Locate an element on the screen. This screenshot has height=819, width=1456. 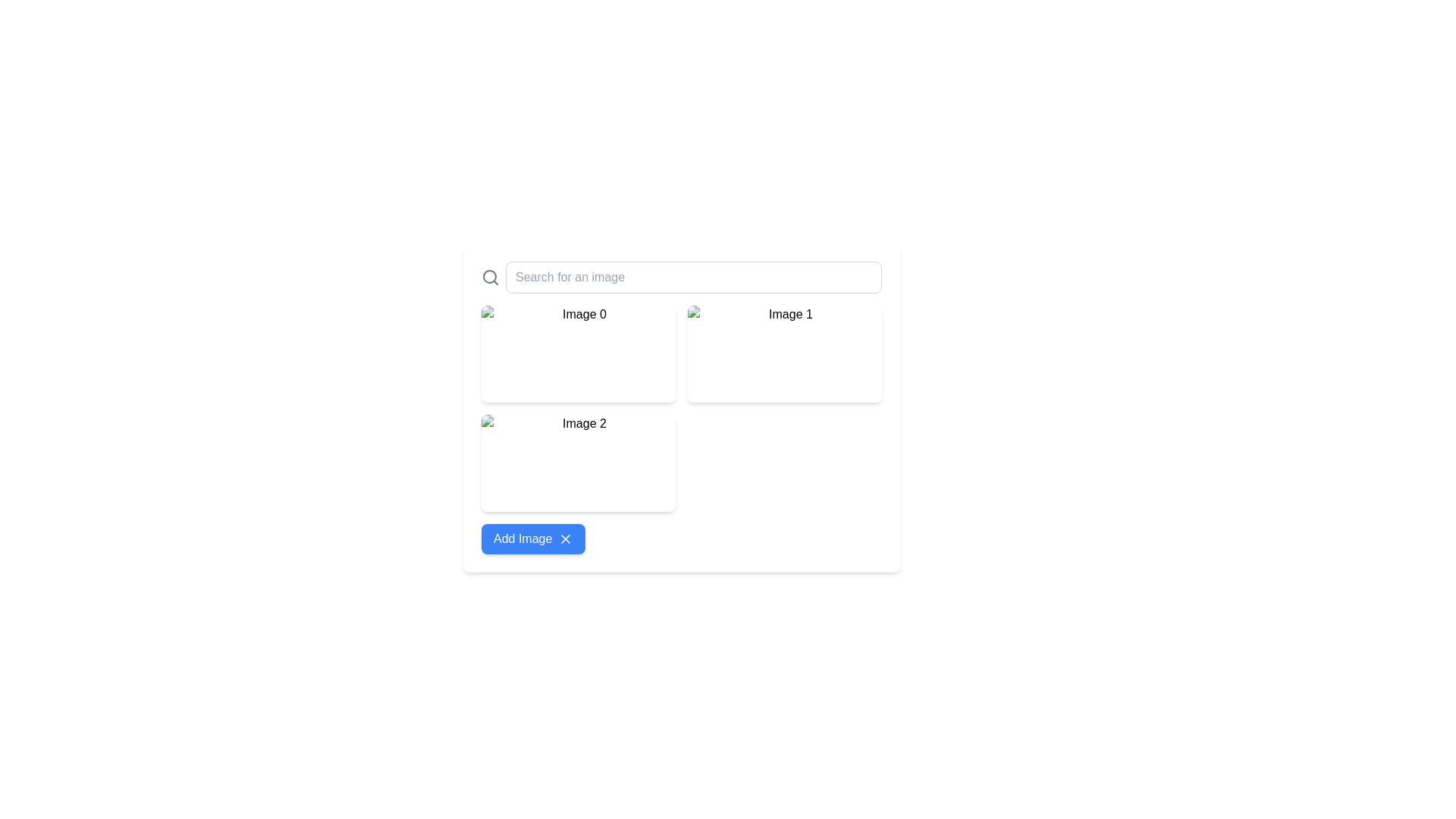
the image placeholder located is located at coordinates (578, 353).